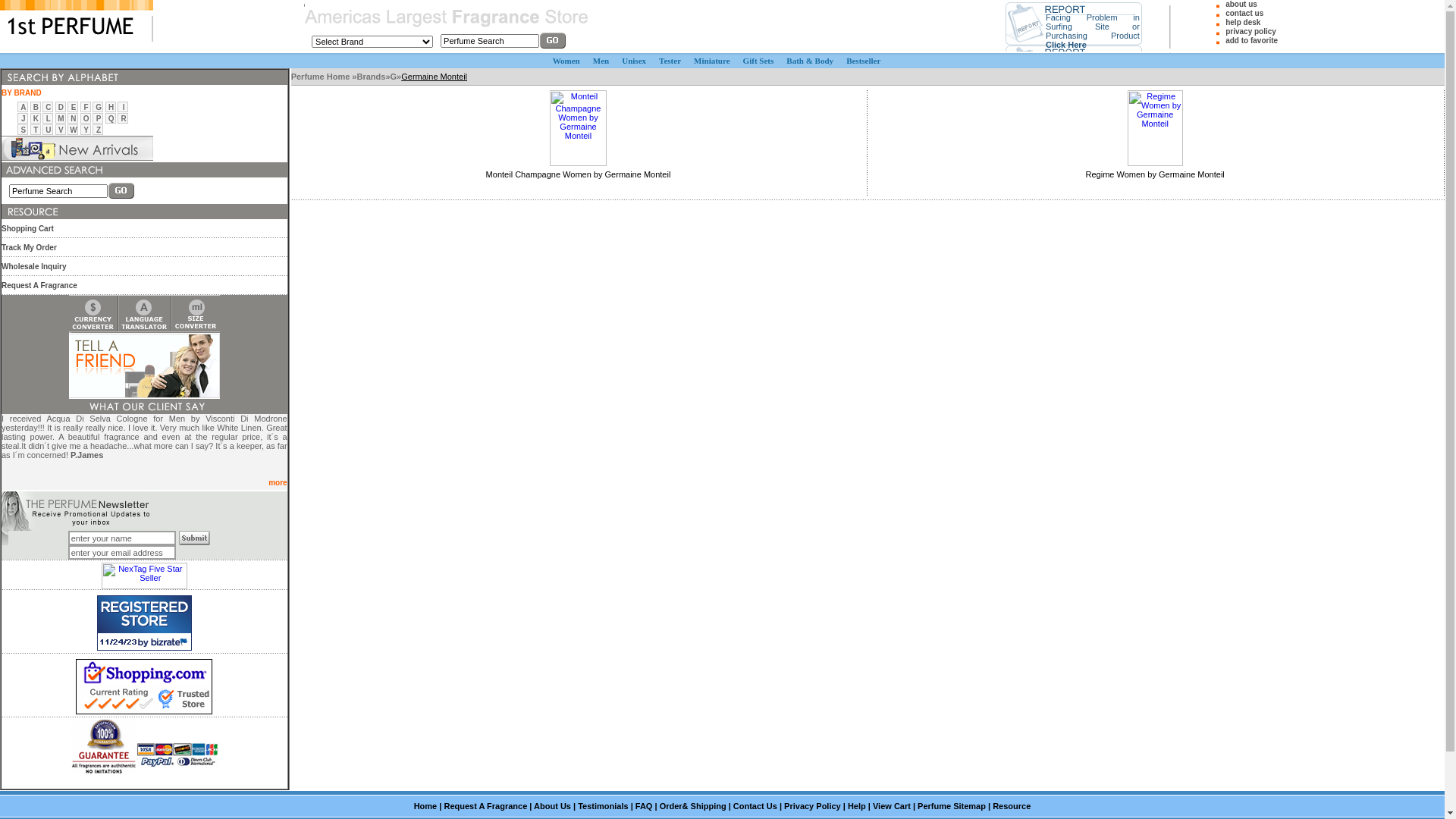 This screenshot has height=819, width=1456. I want to click on 'Perfume Sitemap', so click(950, 805).